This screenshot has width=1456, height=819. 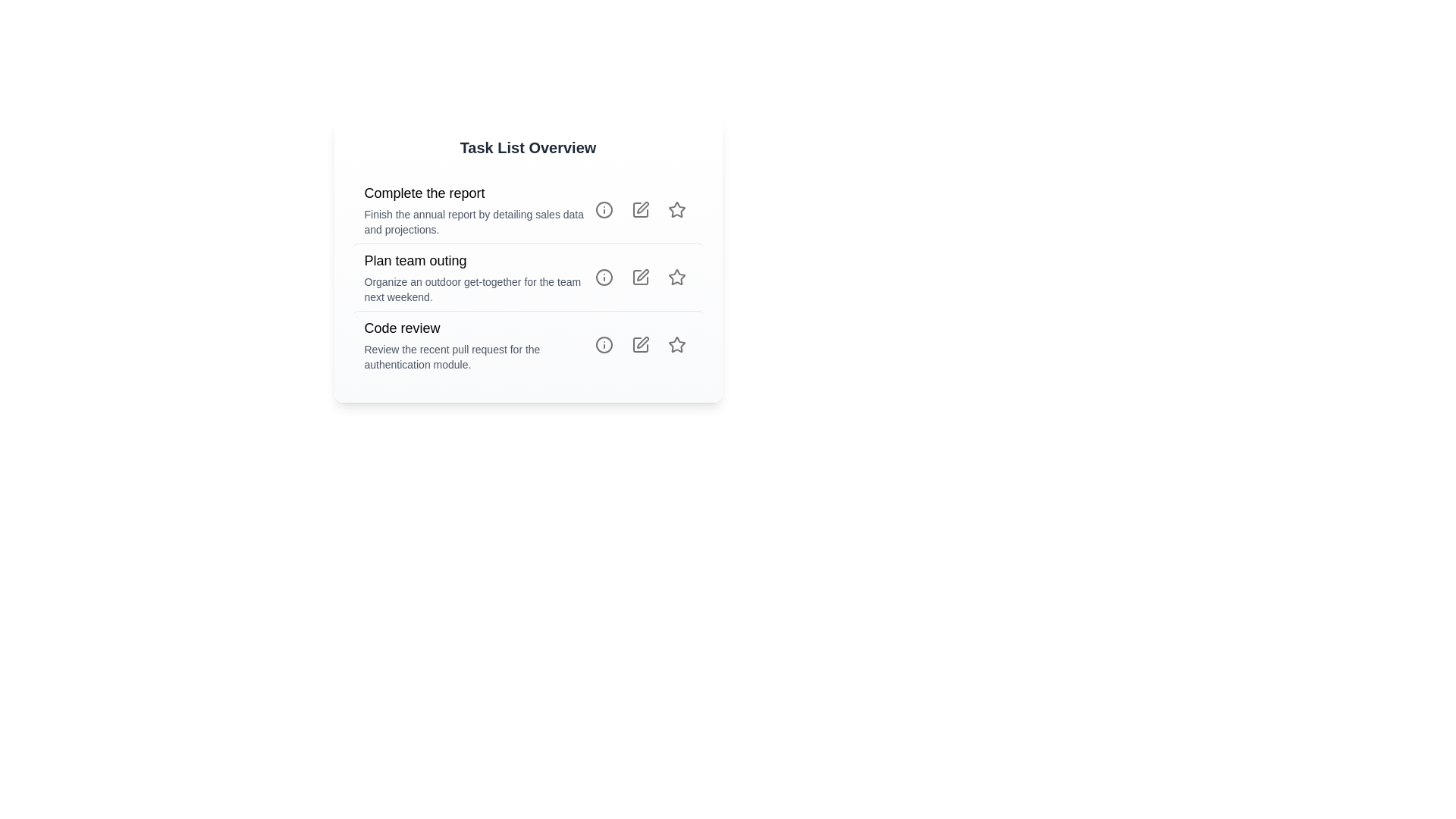 What do you see at coordinates (676, 345) in the screenshot?
I see `the fourth button on the far right of the horizontal layout to favorite the 'Code review' task` at bounding box center [676, 345].